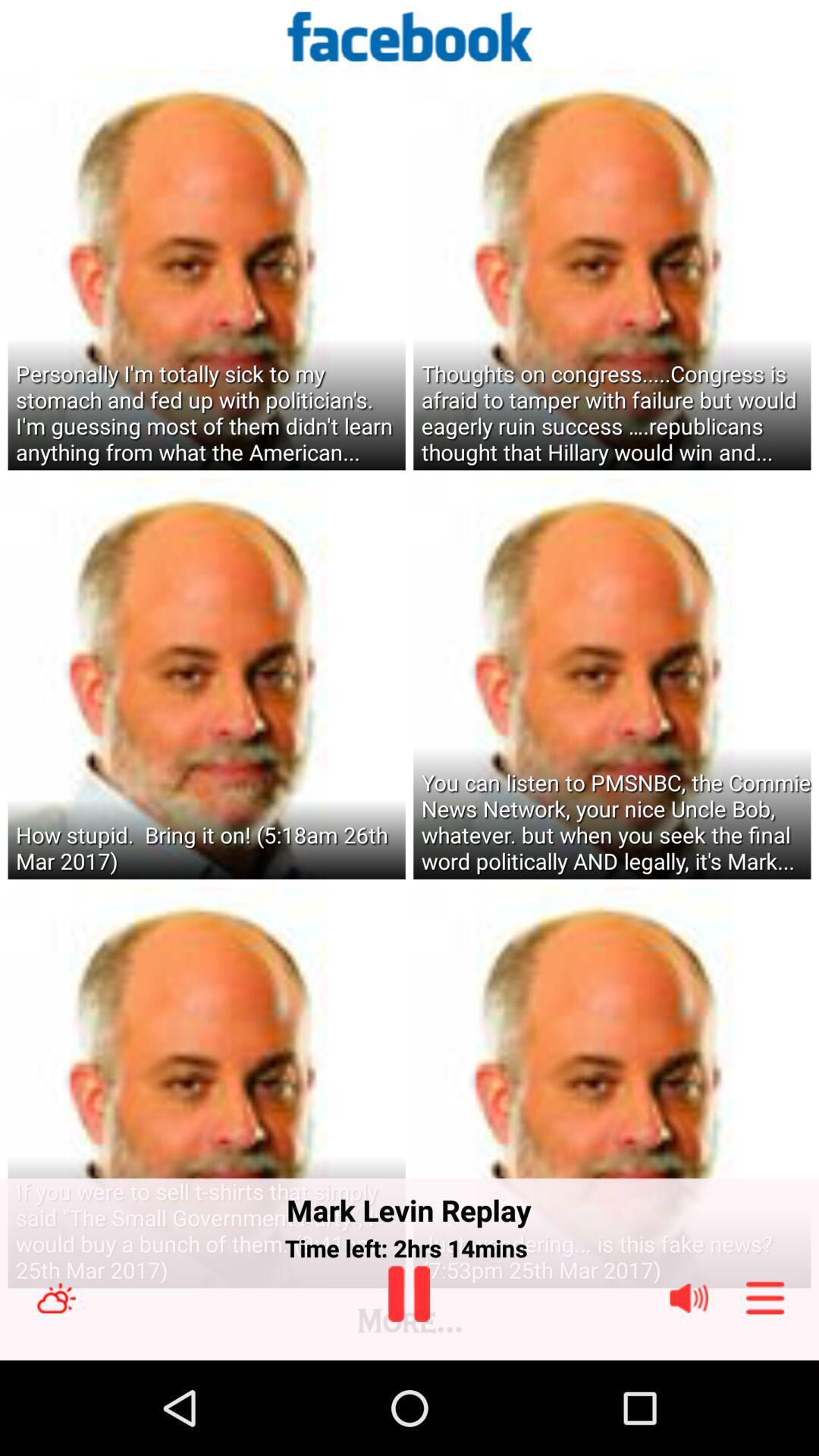 Image resolution: width=819 pixels, height=1456 pixels. I want to click on the volume icon, so click(689, 1389).